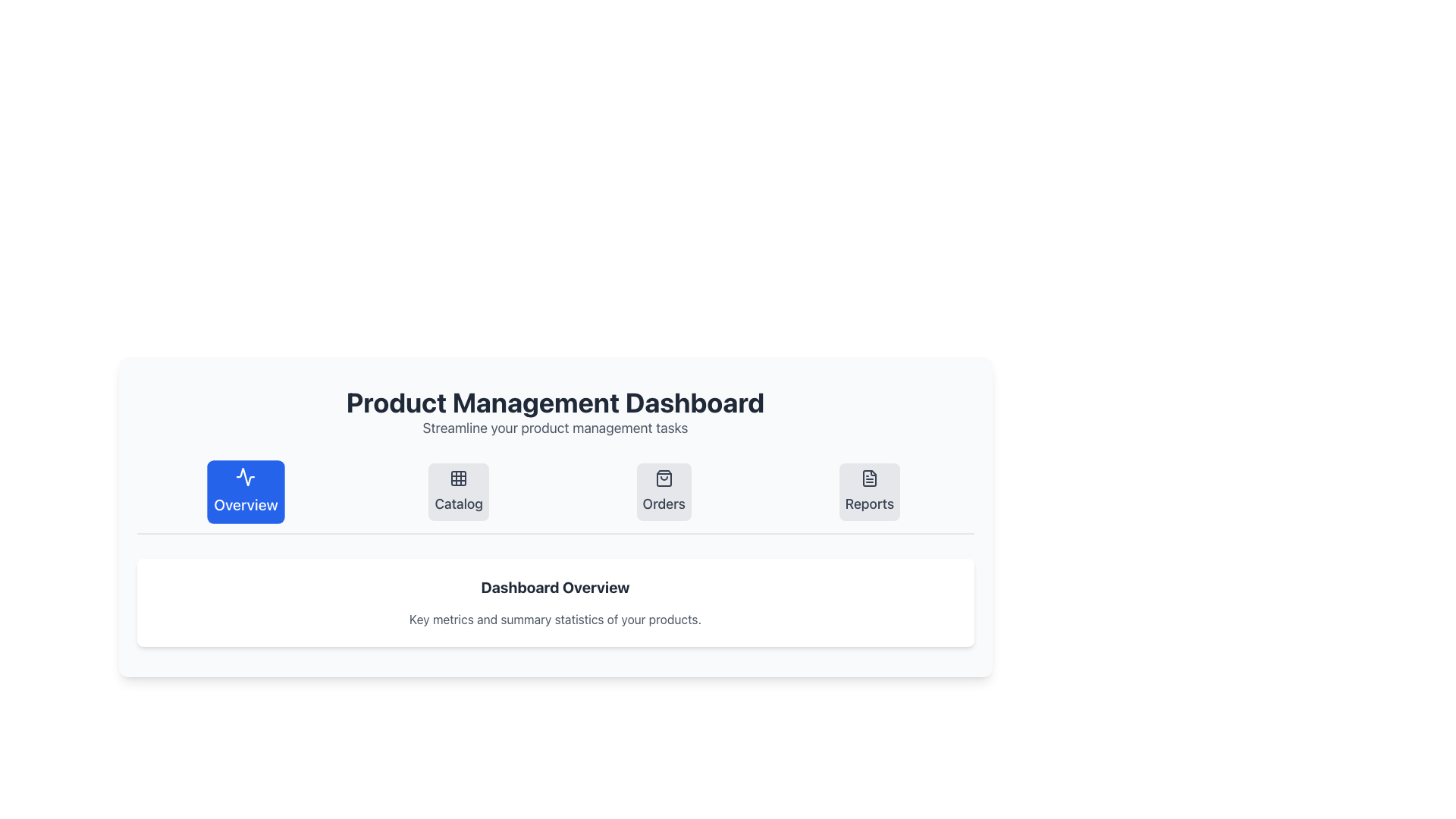 Image resolution: width=1456 pixels, height=819 pixels. What do you see at coordinates (664, 491) in the screenshot?
I see `the 'Orders' button located centrally in the navigation row, which is the third button after 'Overview' and 'Catalog' and before 'Reports'` at bounding box center [664, 491].